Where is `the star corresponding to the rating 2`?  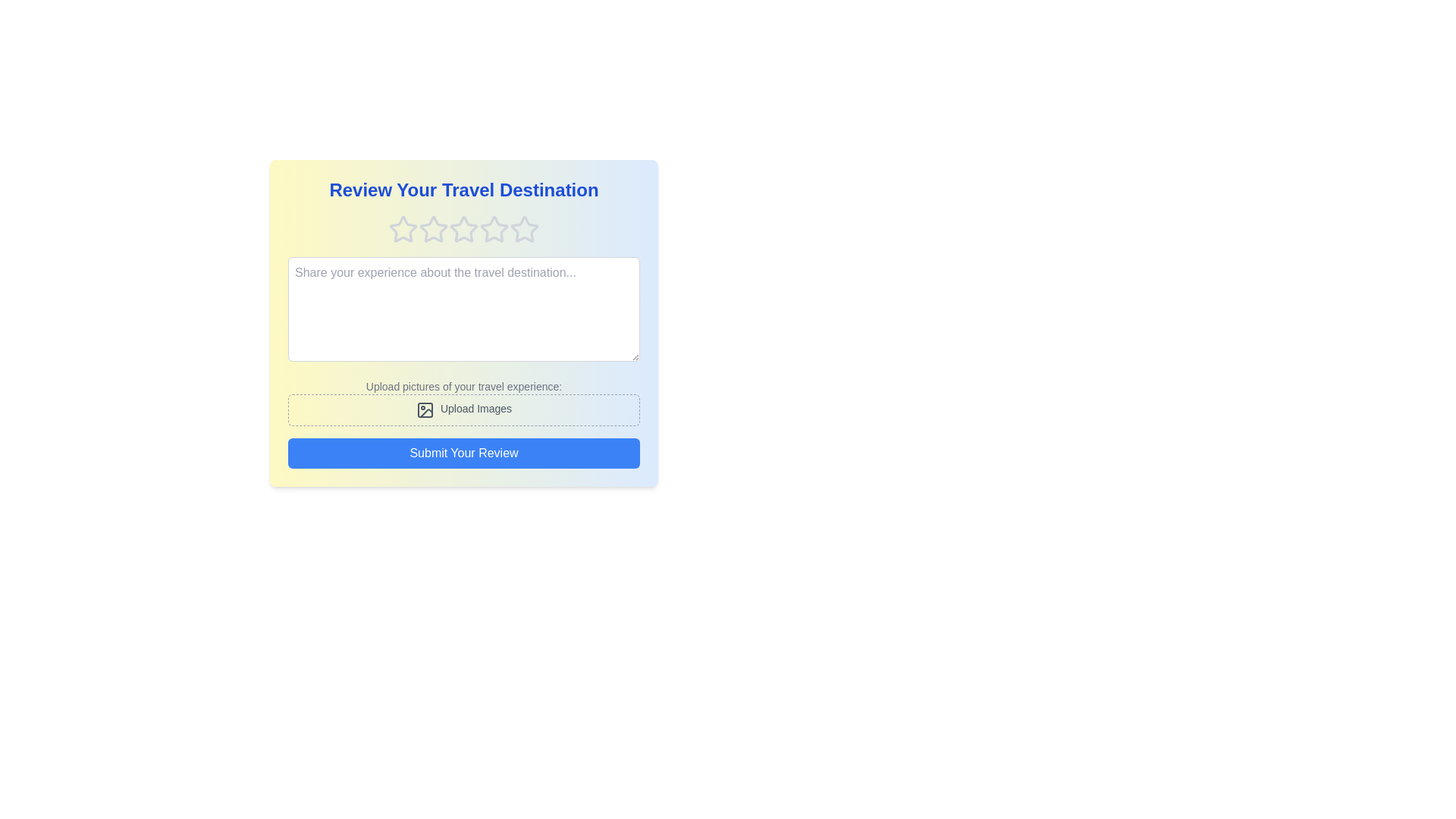 the star corresponding to the rating 2 is located at coordinates (432, 230).